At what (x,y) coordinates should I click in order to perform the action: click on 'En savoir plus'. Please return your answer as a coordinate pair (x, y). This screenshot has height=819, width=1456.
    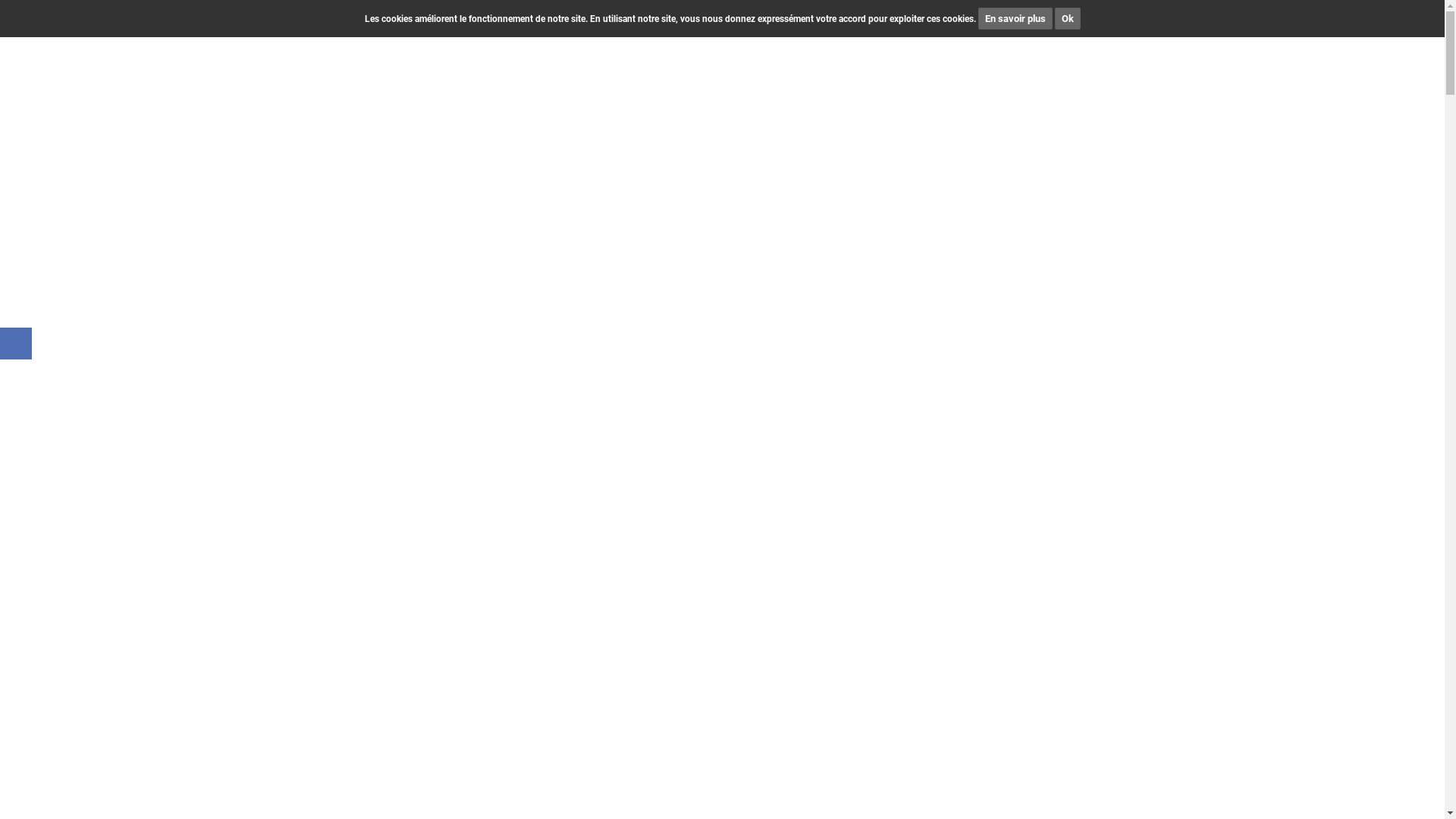
    Looking at the image, I should click on (1015, 18).